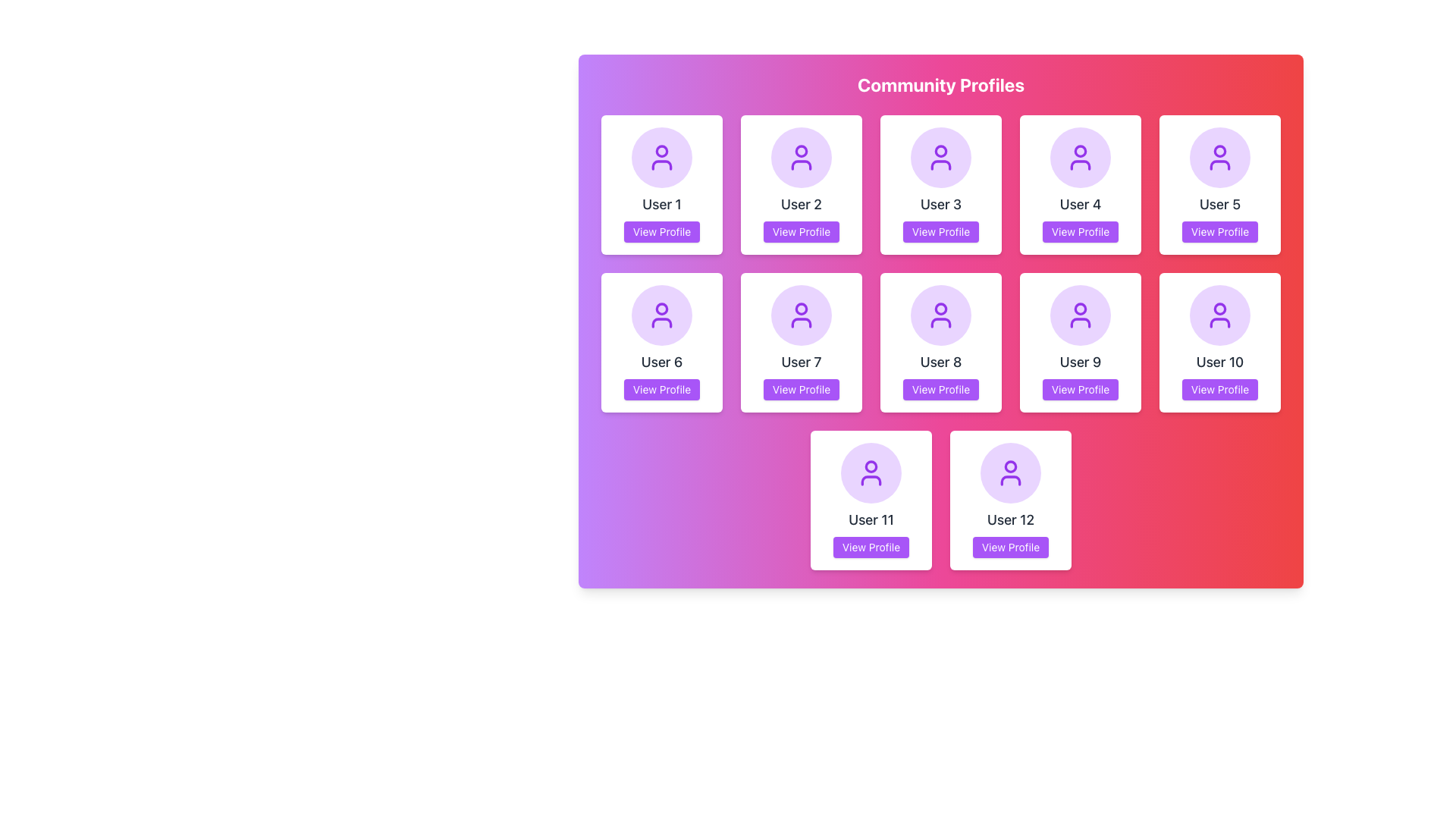 This screenshot has height=819, width=1456. What do you see at coordinates (1219, 342) in the screenshot?
I see `the user profile card located in the bottom-right corner of the grid` at bounding box center [1219, 342].